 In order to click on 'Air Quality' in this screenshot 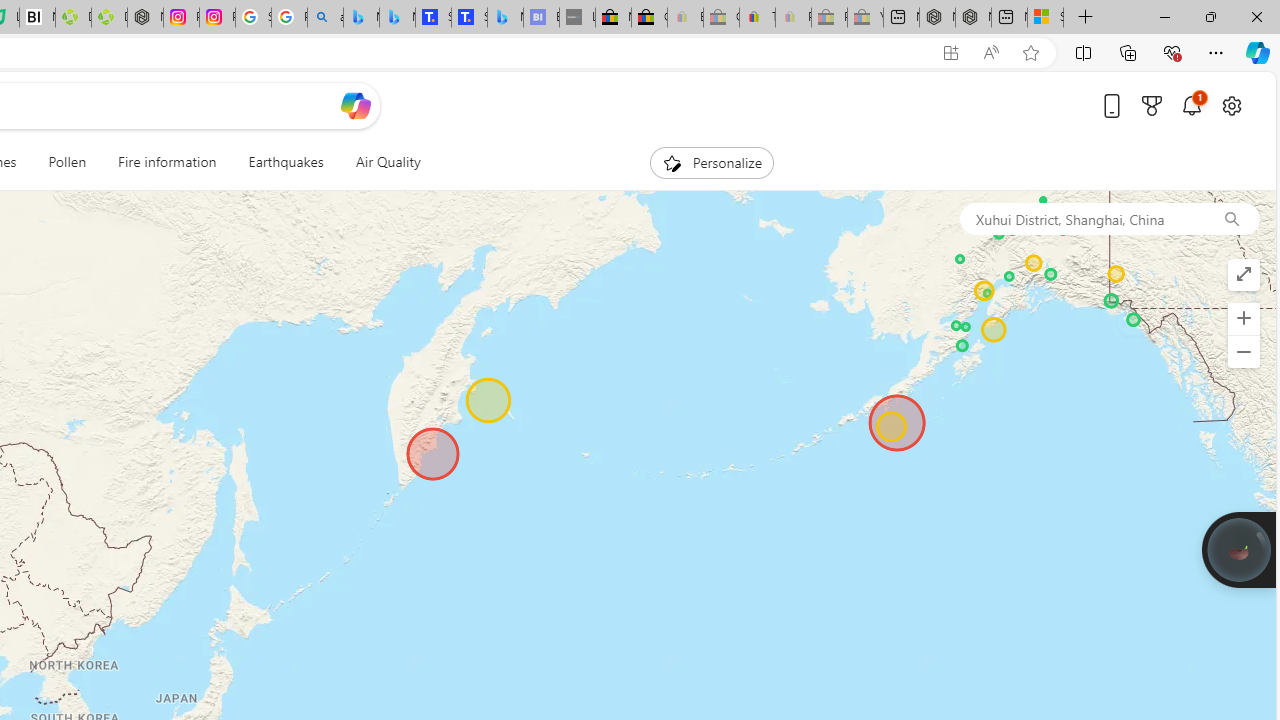, I will do `click(387, 162)`.